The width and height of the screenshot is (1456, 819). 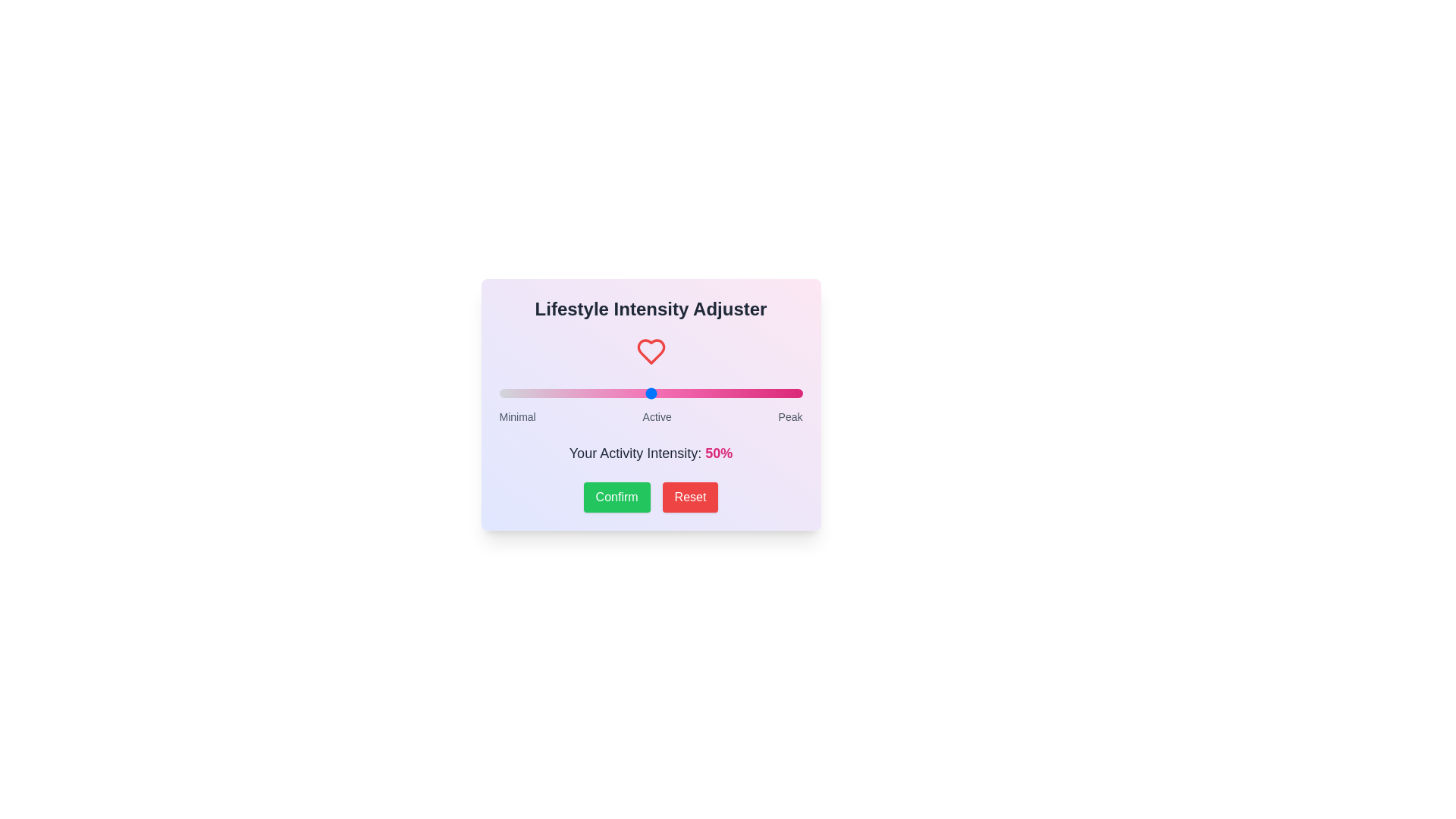 What do you see at coordinates (677, 393) in the screenshot?
I see `the slider to set the intensity to 59%` at bounding box center [677, 393].